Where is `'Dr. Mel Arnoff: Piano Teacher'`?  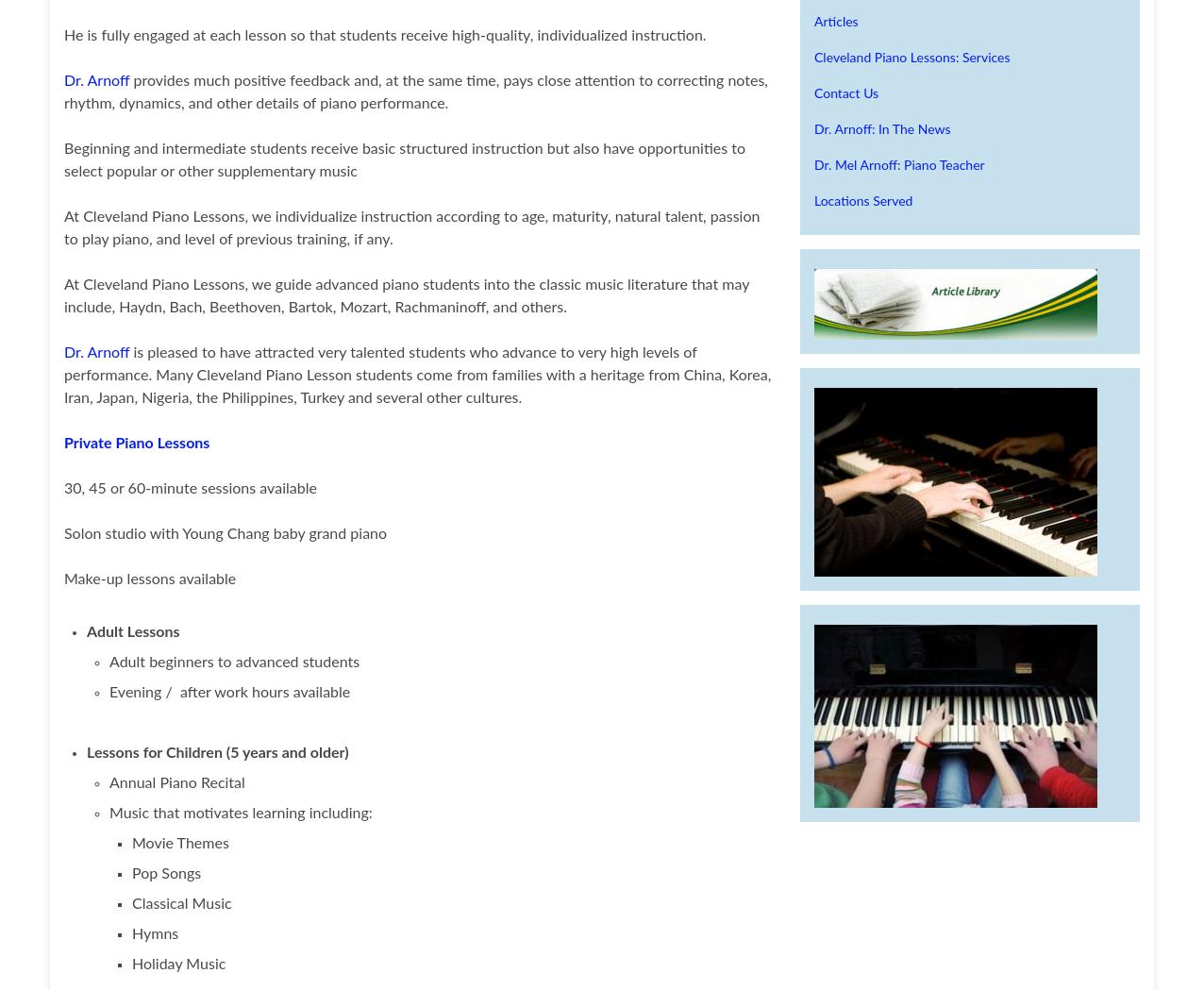
'Dr. Mel Arnoff: Piano Teacher' is located at coordinates (898, 165).